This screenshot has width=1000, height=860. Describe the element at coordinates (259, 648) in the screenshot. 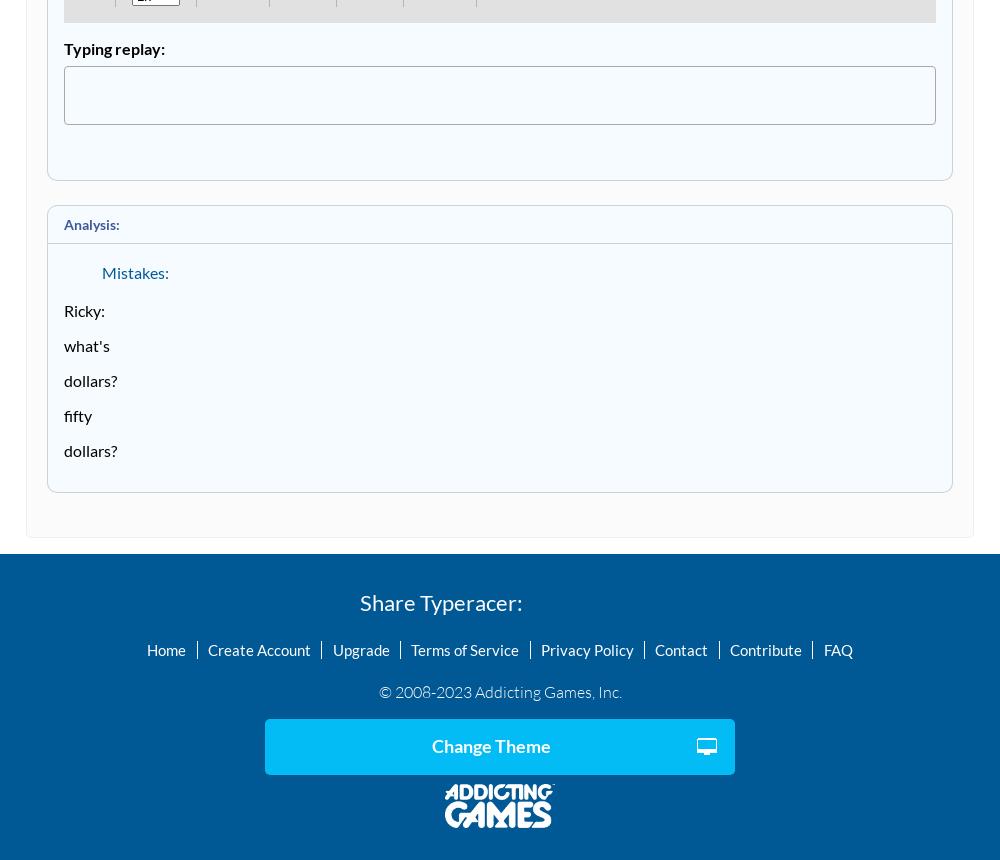

I see `'Create Account'` at that location.